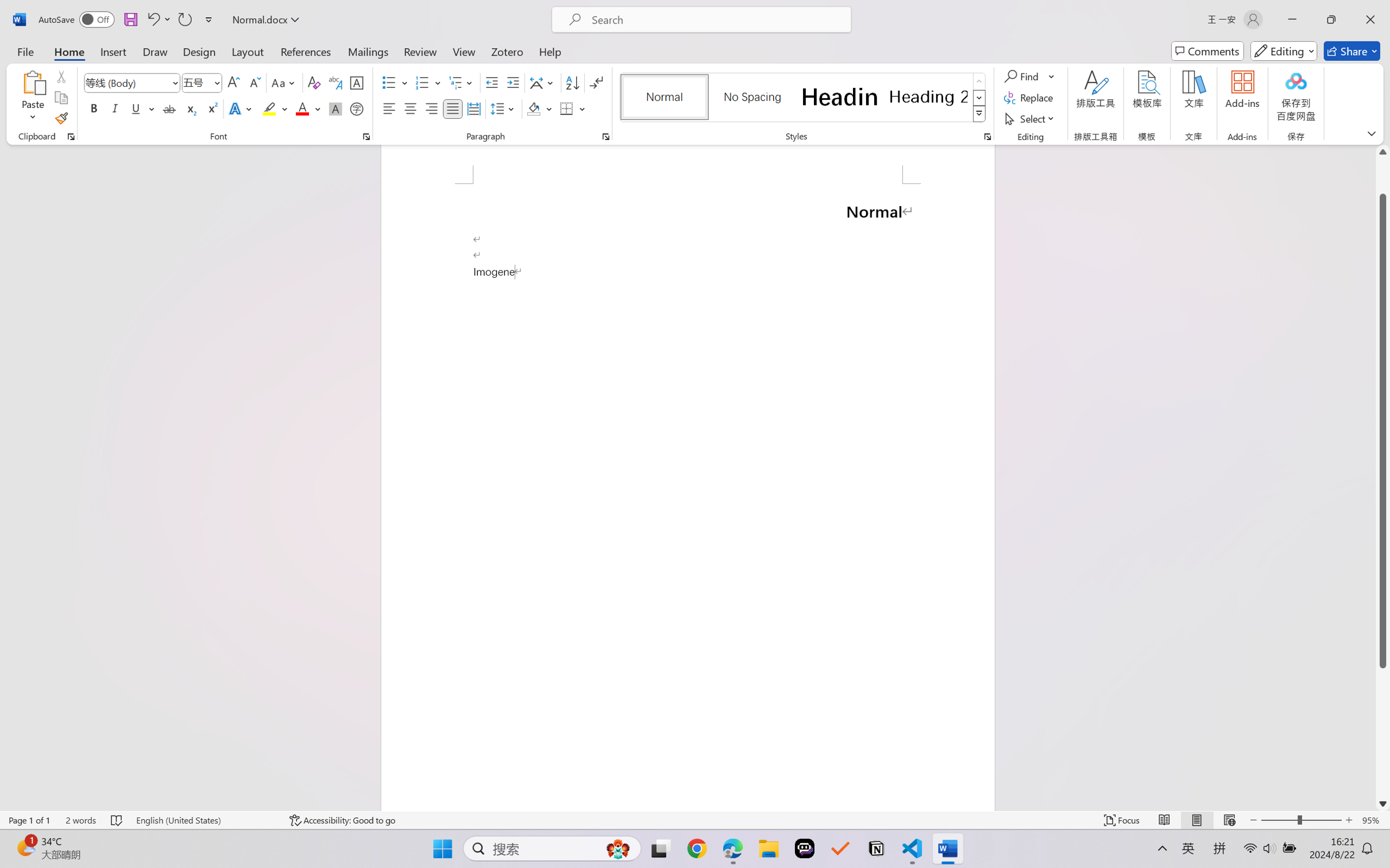 The image size is (1390, 868). Describe the element at coordinates (605, 136) in the screenshot. I see `'Paragraph...'` at that location.